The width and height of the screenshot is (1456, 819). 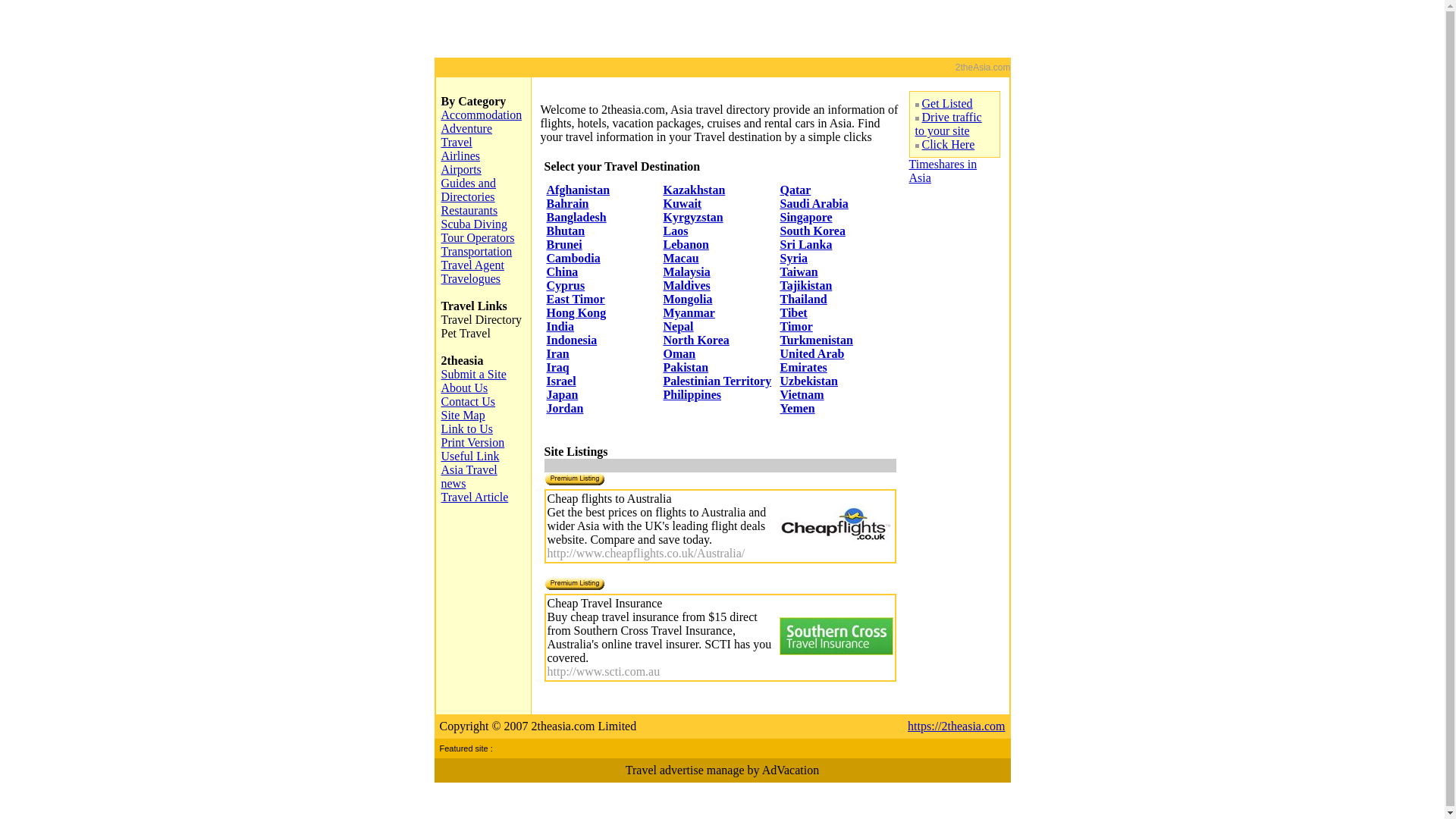 I want to click on 'About Us', so click(x=464, y=387).